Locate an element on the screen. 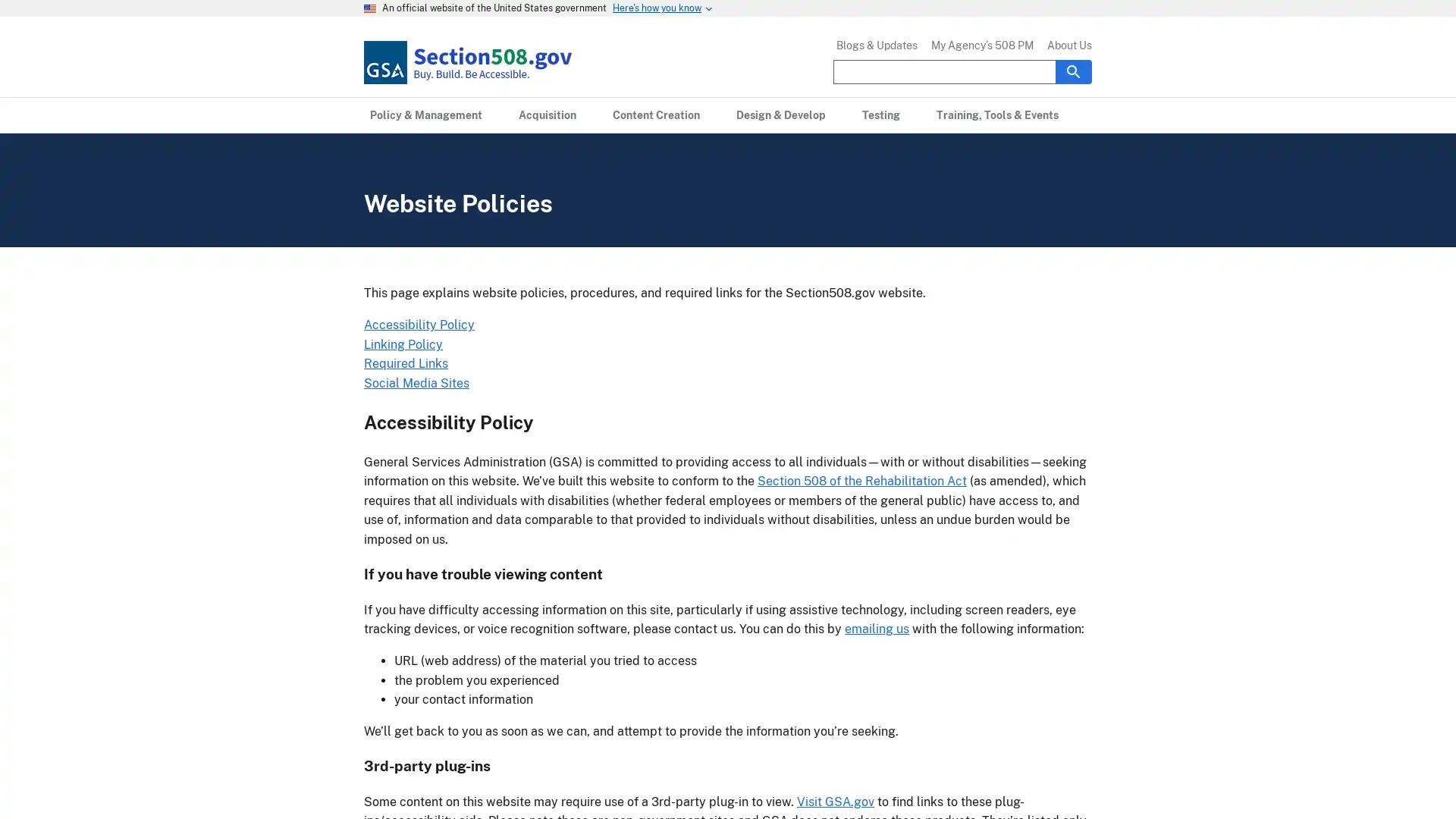 The height and width of the screenshot is (819, 1456). Search is located at coordinates (1073, 71).